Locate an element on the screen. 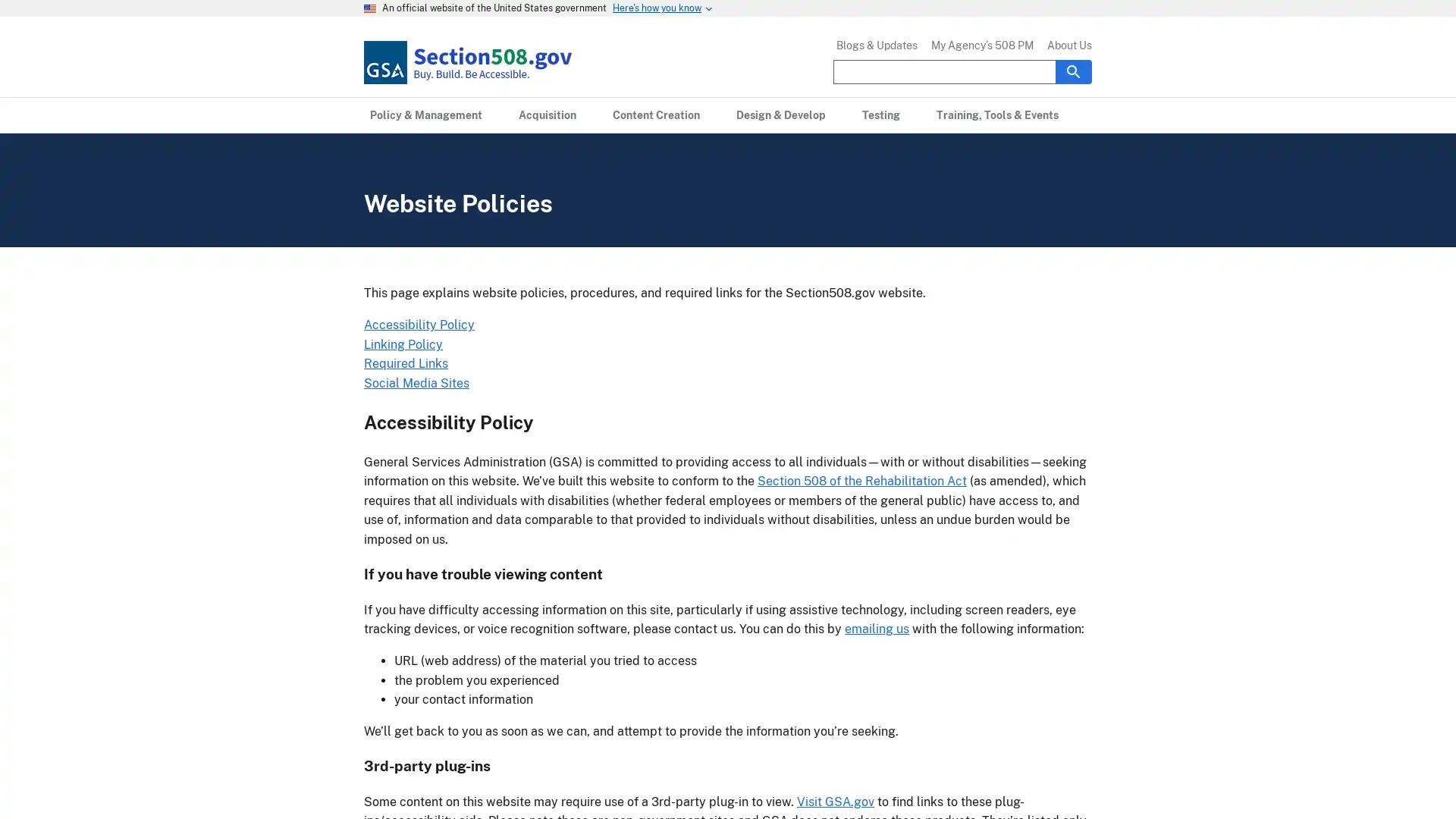 The height and width of the screenshot is (819, 1456). Search is located at coordinates (1073, 71).